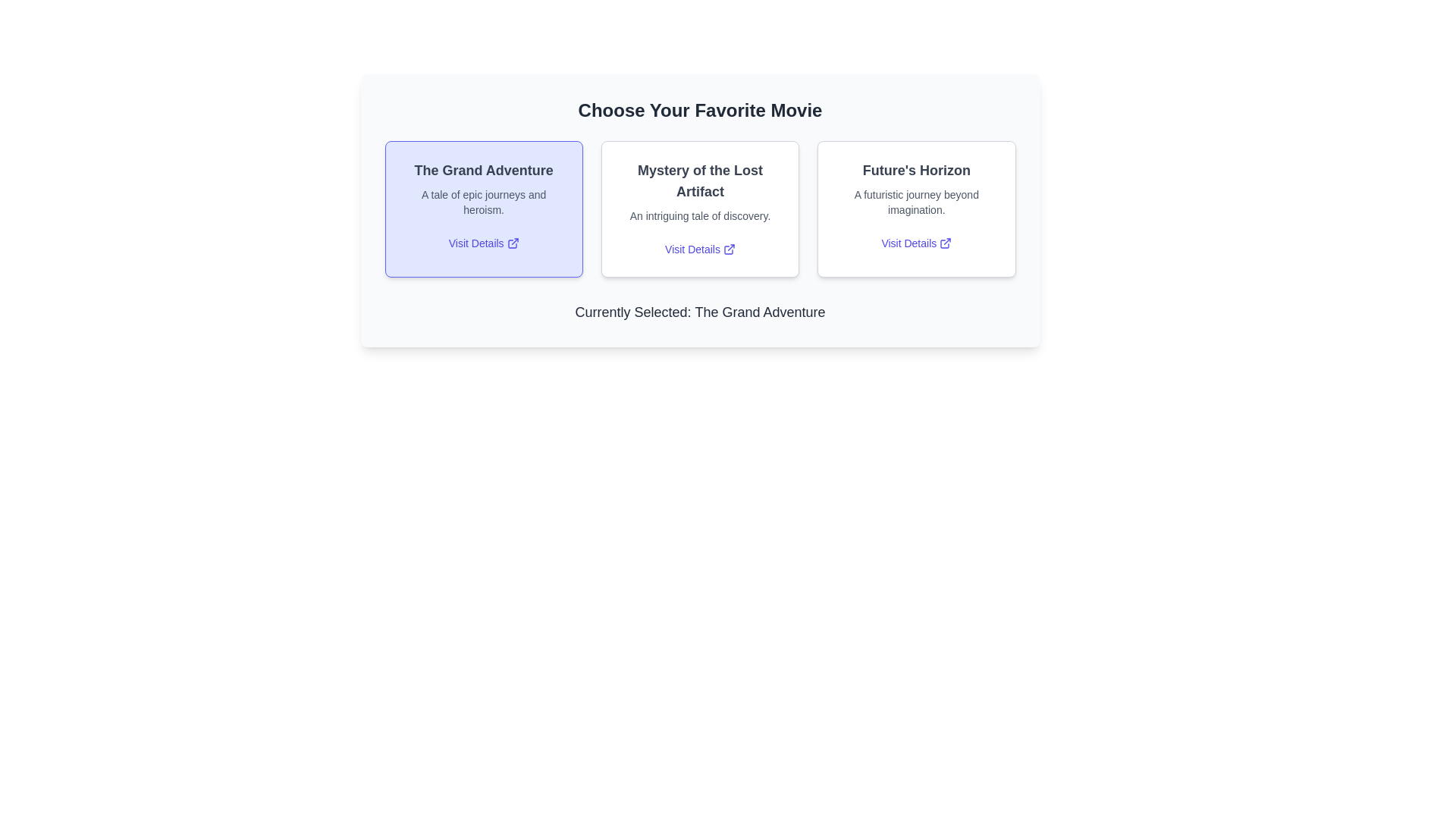  Describe the element at coordinates (915, 242) in the screenshot. I see `the hyperlink with an external icon for the movie 'Future's Horizon'` at that location.